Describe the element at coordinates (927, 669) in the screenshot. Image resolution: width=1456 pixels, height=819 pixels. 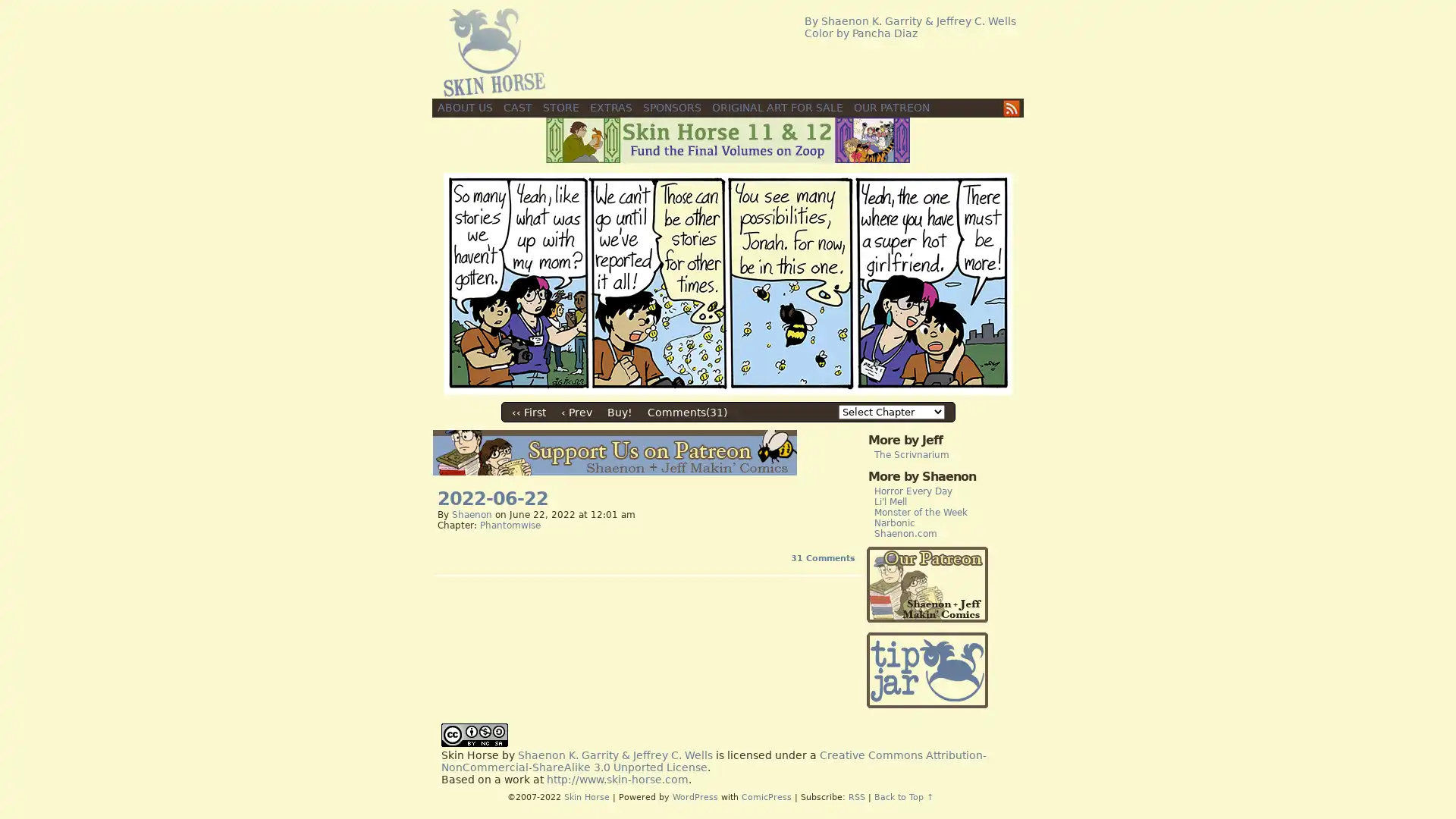
I see `PayPal - The safer, easier way to pay online!` at that location.